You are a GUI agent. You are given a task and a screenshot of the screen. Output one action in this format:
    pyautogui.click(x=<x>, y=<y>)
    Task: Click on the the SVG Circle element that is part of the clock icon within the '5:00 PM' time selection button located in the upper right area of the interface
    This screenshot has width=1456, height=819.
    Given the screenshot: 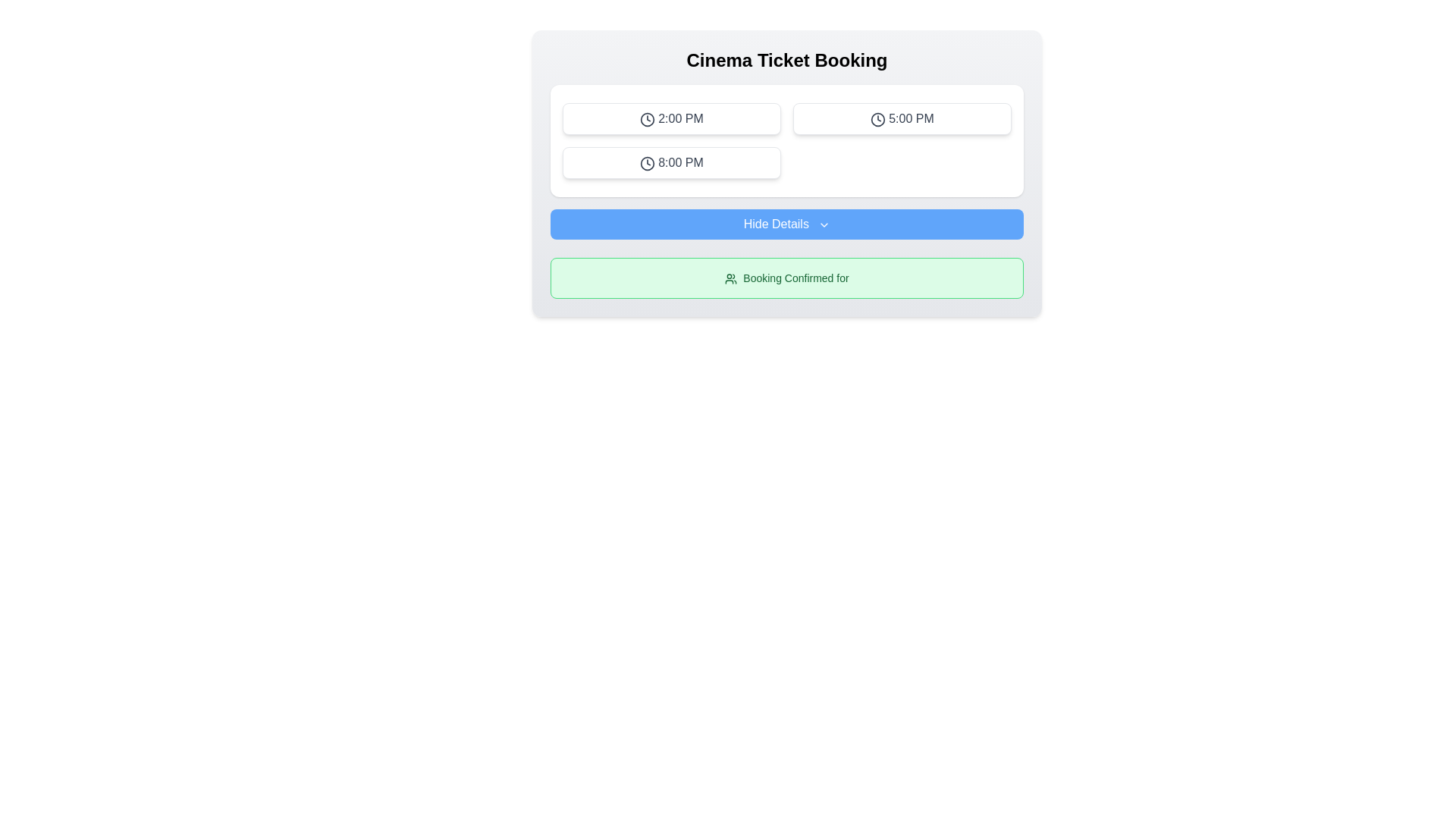 What is the action you would take?
    pyautogui.click(x=878, y=118)
    